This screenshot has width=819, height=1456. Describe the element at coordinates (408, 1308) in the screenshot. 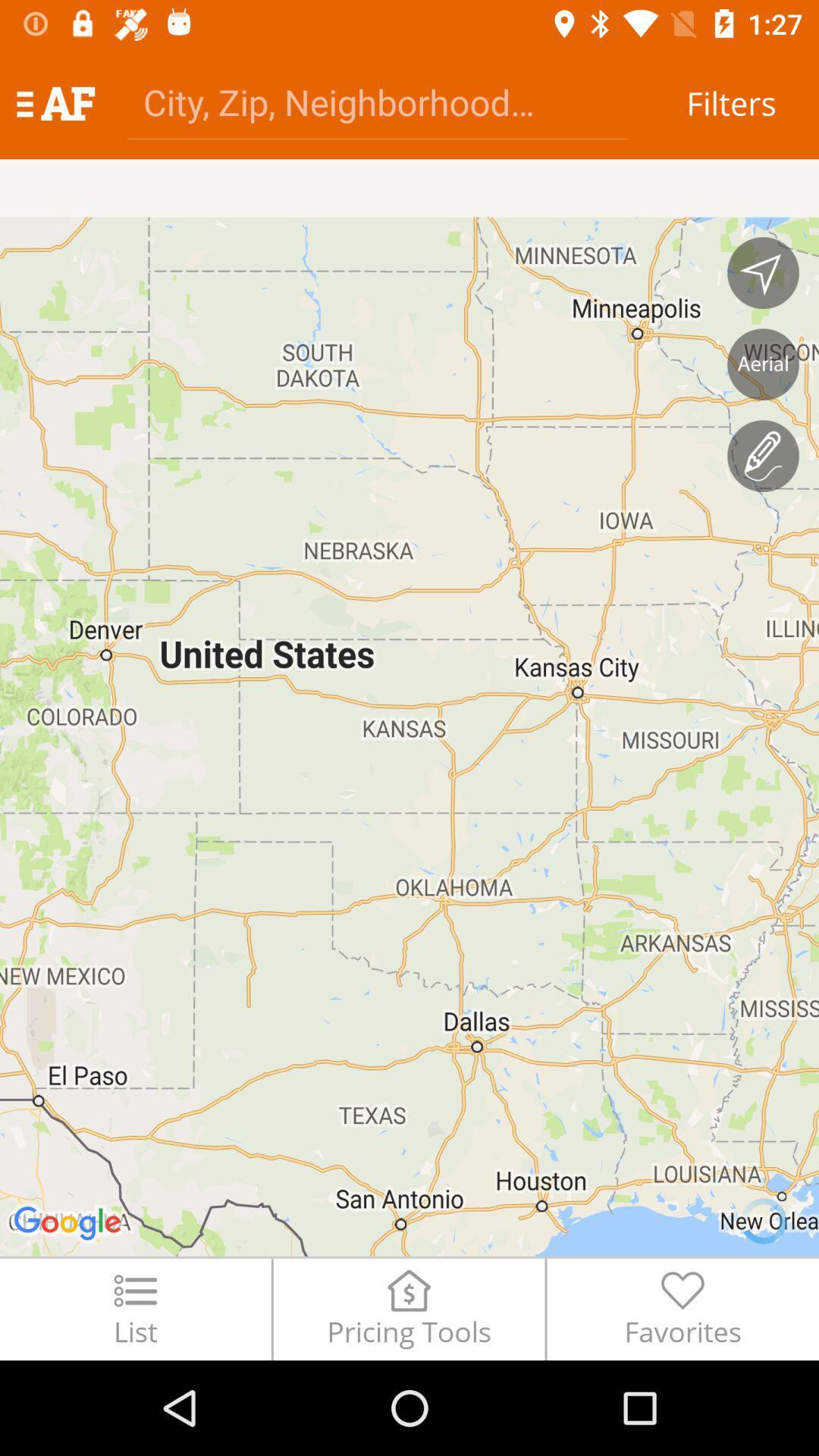

I see `the item next to the list item` at that location.